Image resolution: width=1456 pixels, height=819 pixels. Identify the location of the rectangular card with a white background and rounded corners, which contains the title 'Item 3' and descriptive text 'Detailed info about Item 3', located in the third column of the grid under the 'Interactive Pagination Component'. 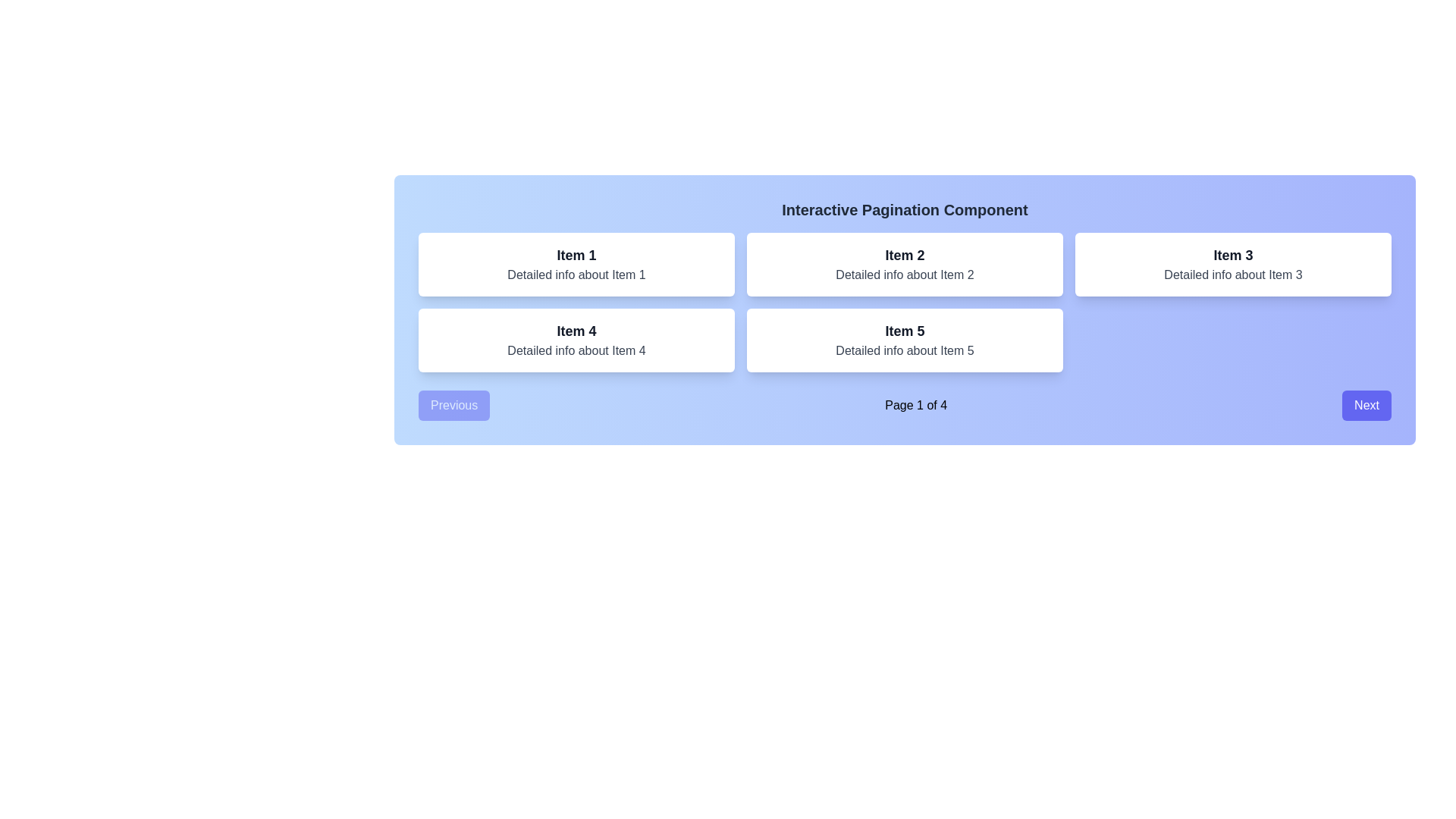
(1233, 263).